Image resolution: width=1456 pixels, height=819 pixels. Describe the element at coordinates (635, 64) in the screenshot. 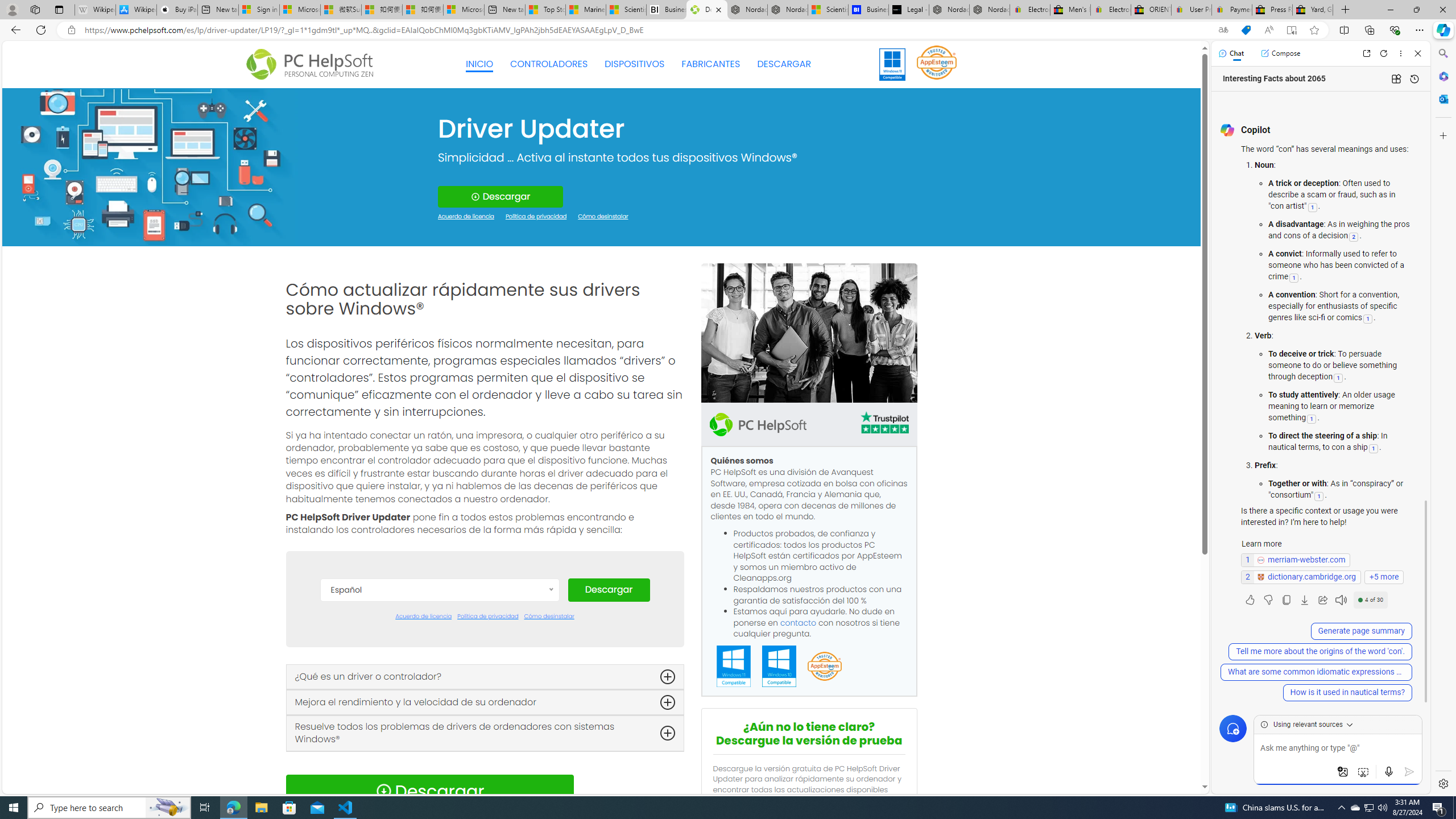

I see `'DISPOSITIVOS'` at that location.